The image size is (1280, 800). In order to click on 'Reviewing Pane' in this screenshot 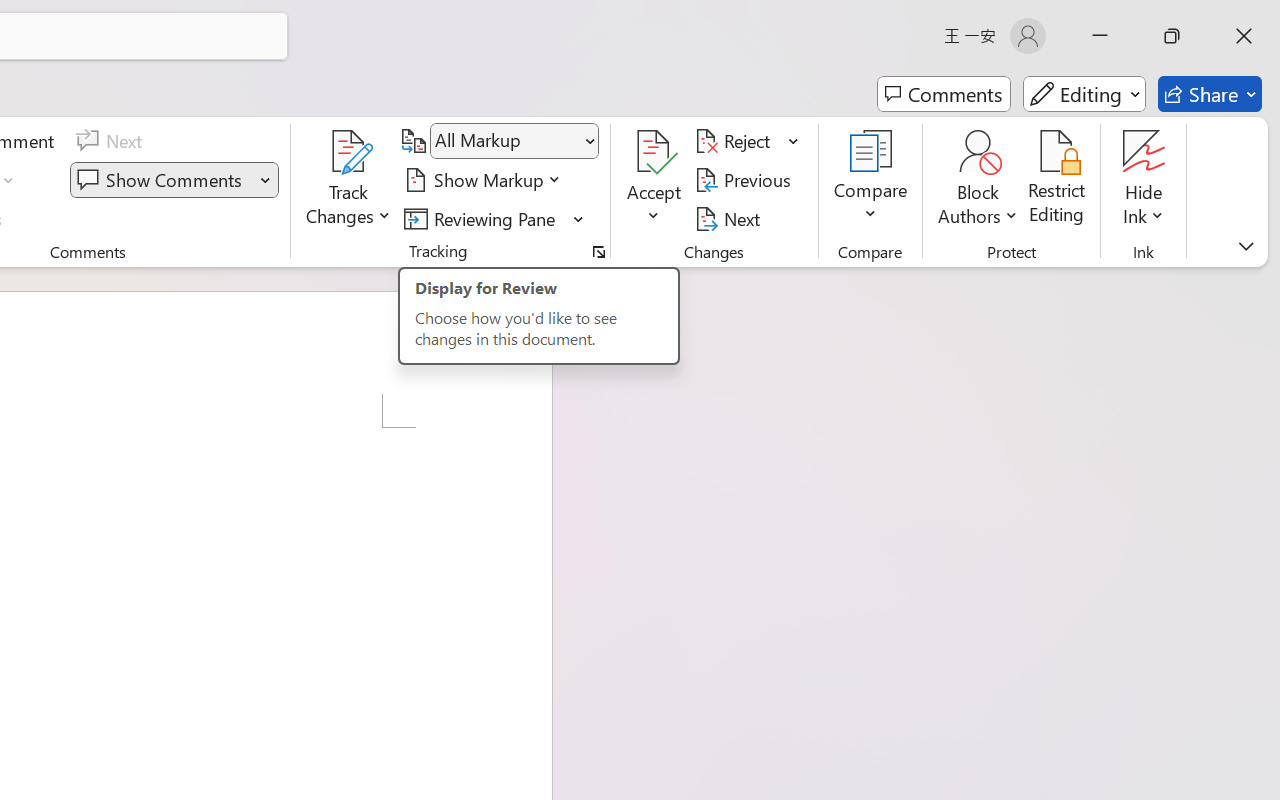, I will do `click(483, 218)`.